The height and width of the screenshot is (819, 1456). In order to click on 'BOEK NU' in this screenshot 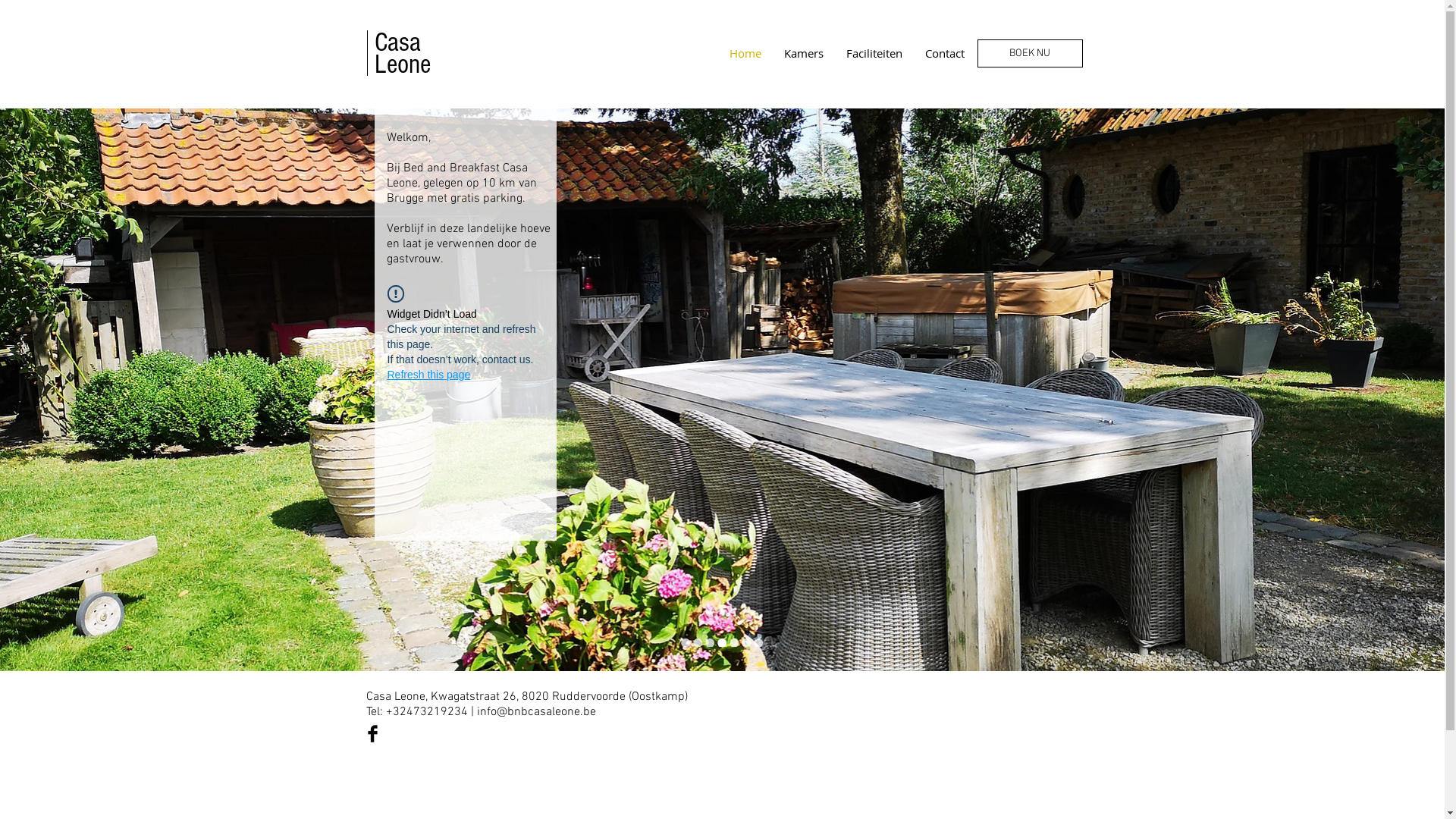, I will do `click(1029, 52)`.